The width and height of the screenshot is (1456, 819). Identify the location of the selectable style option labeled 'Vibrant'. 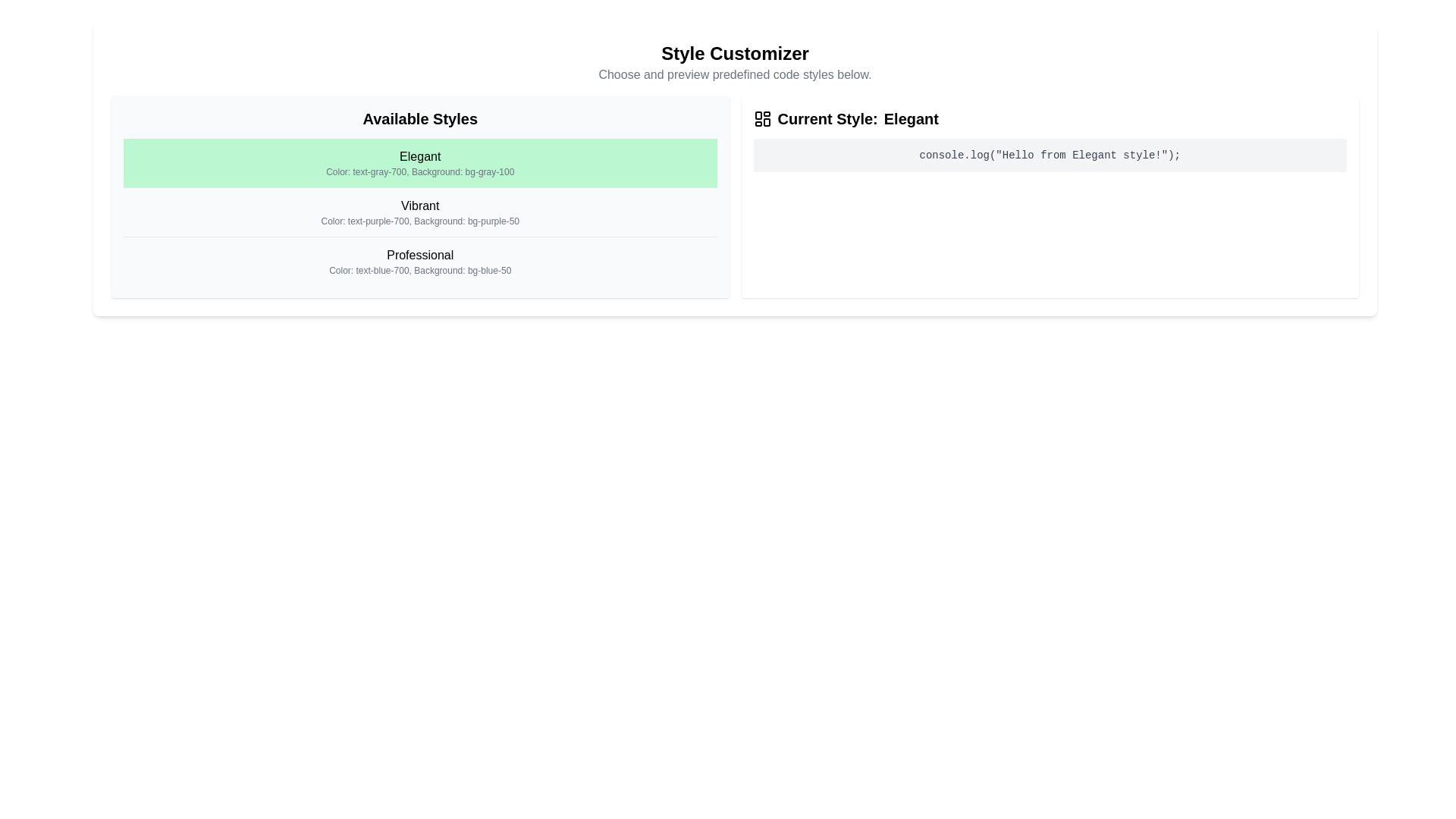
(420, 212).